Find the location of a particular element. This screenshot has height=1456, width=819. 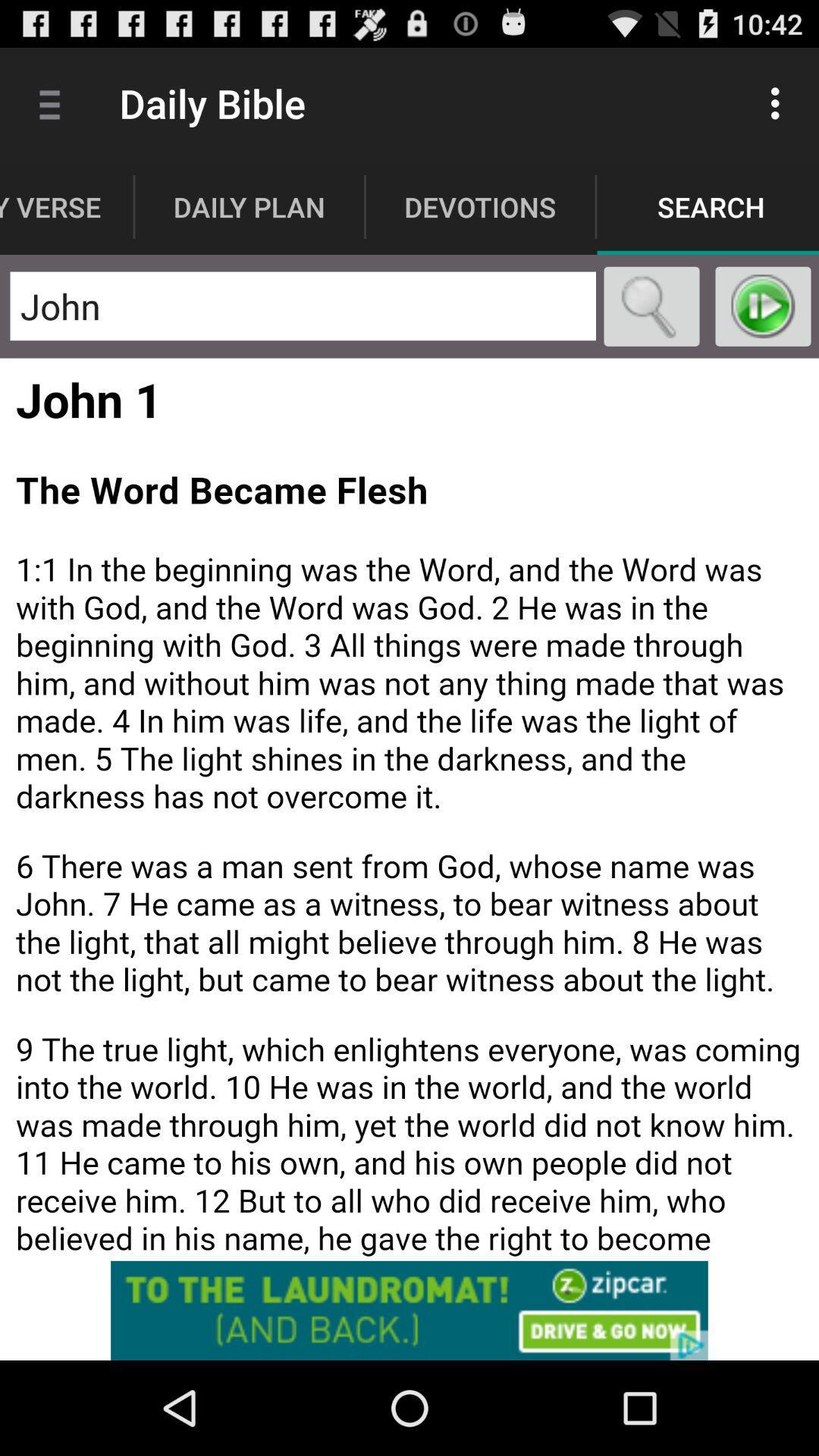

search button is located at coordinates (651, 306).